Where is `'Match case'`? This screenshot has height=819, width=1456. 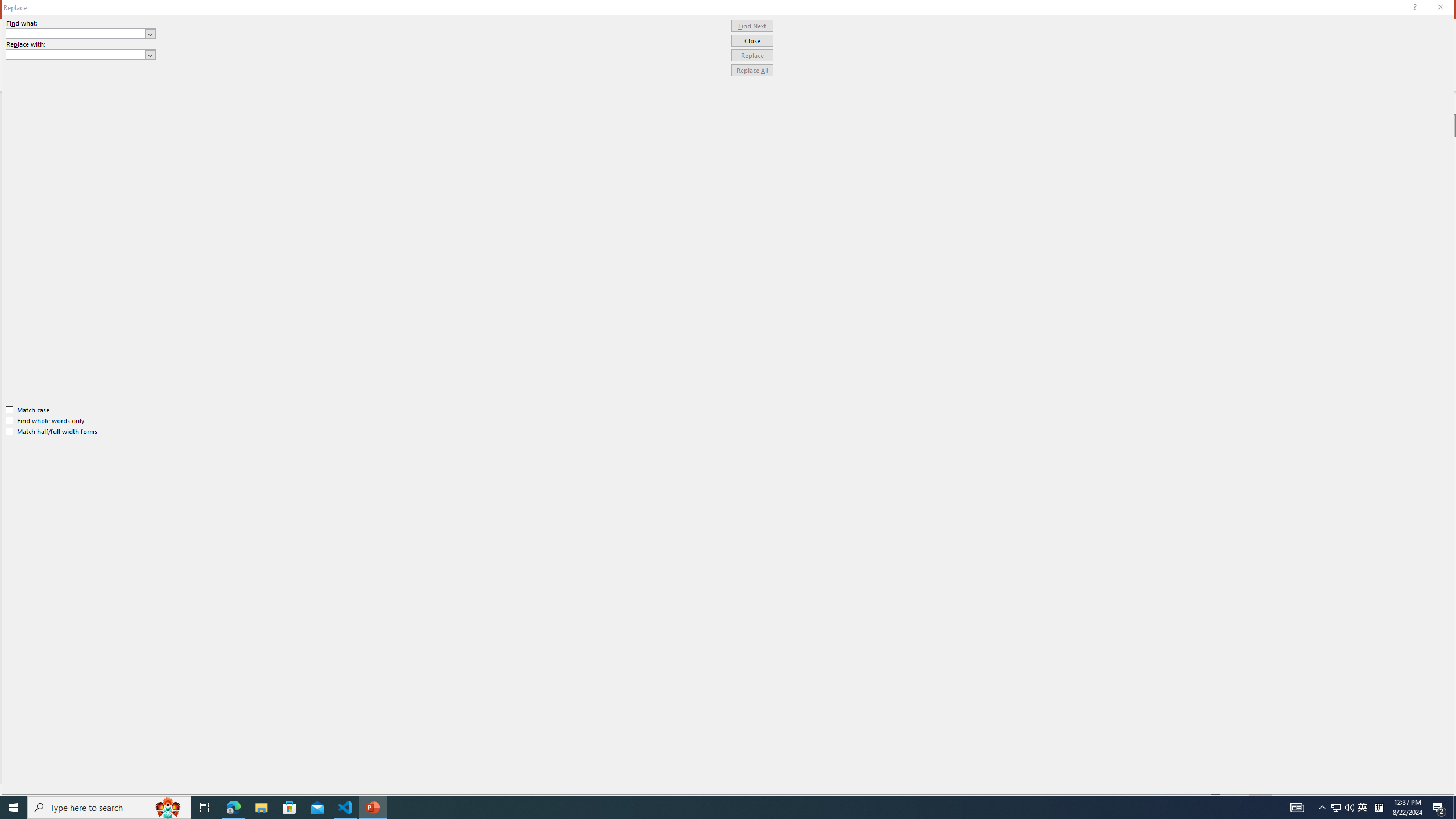 'Match case' is located at coordinates (27, 409).